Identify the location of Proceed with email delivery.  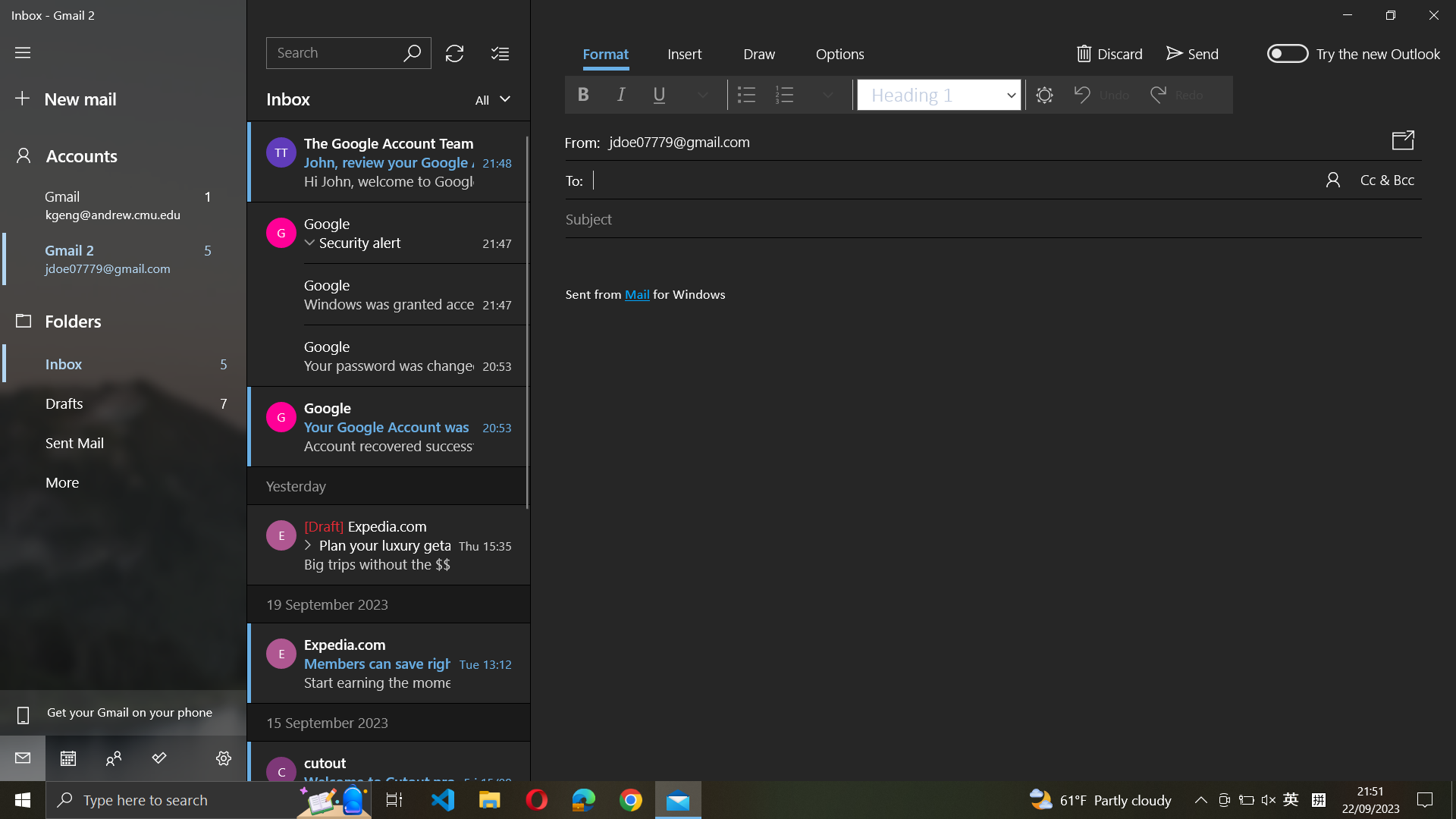
(1191, 51).